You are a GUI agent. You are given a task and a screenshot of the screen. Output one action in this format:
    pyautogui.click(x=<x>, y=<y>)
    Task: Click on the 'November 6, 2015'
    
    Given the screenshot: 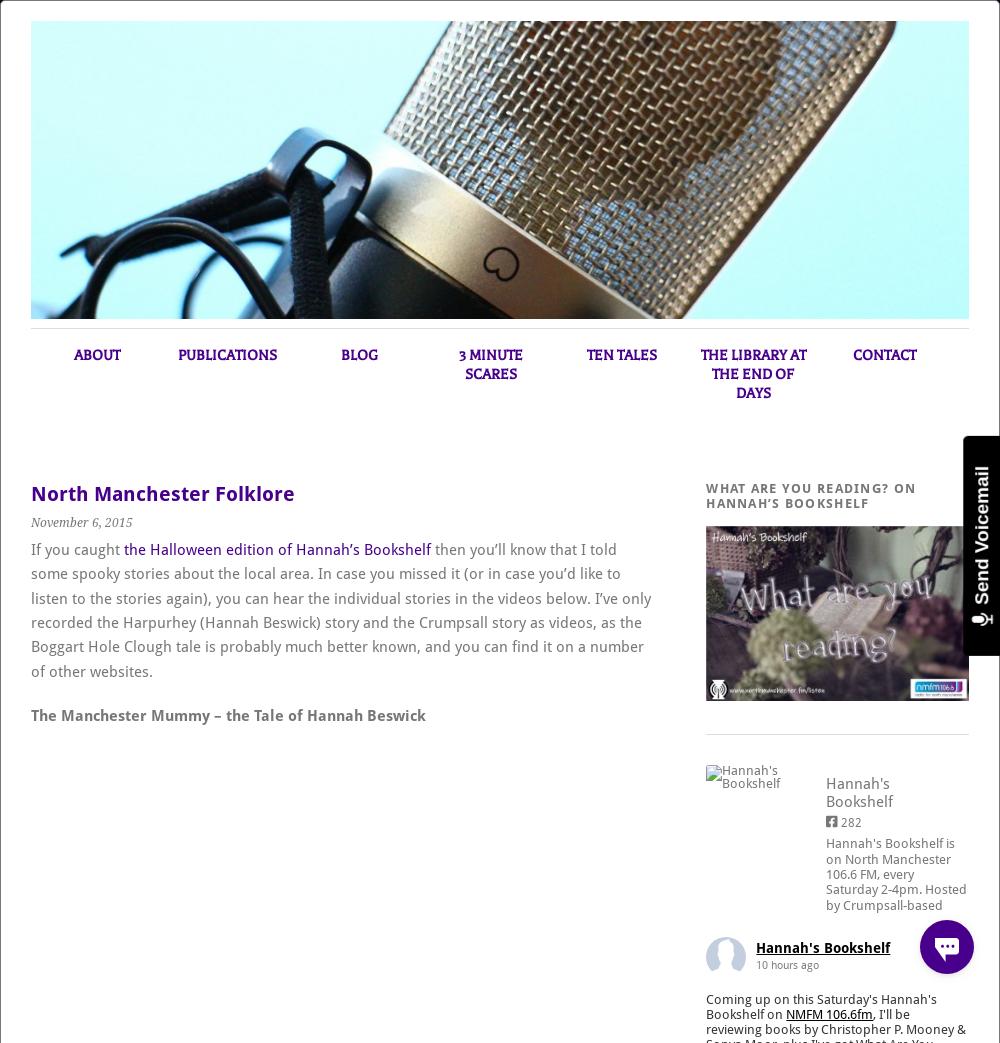 What is the action you would take?
    pyautogui.click(x=81, y=522)
    